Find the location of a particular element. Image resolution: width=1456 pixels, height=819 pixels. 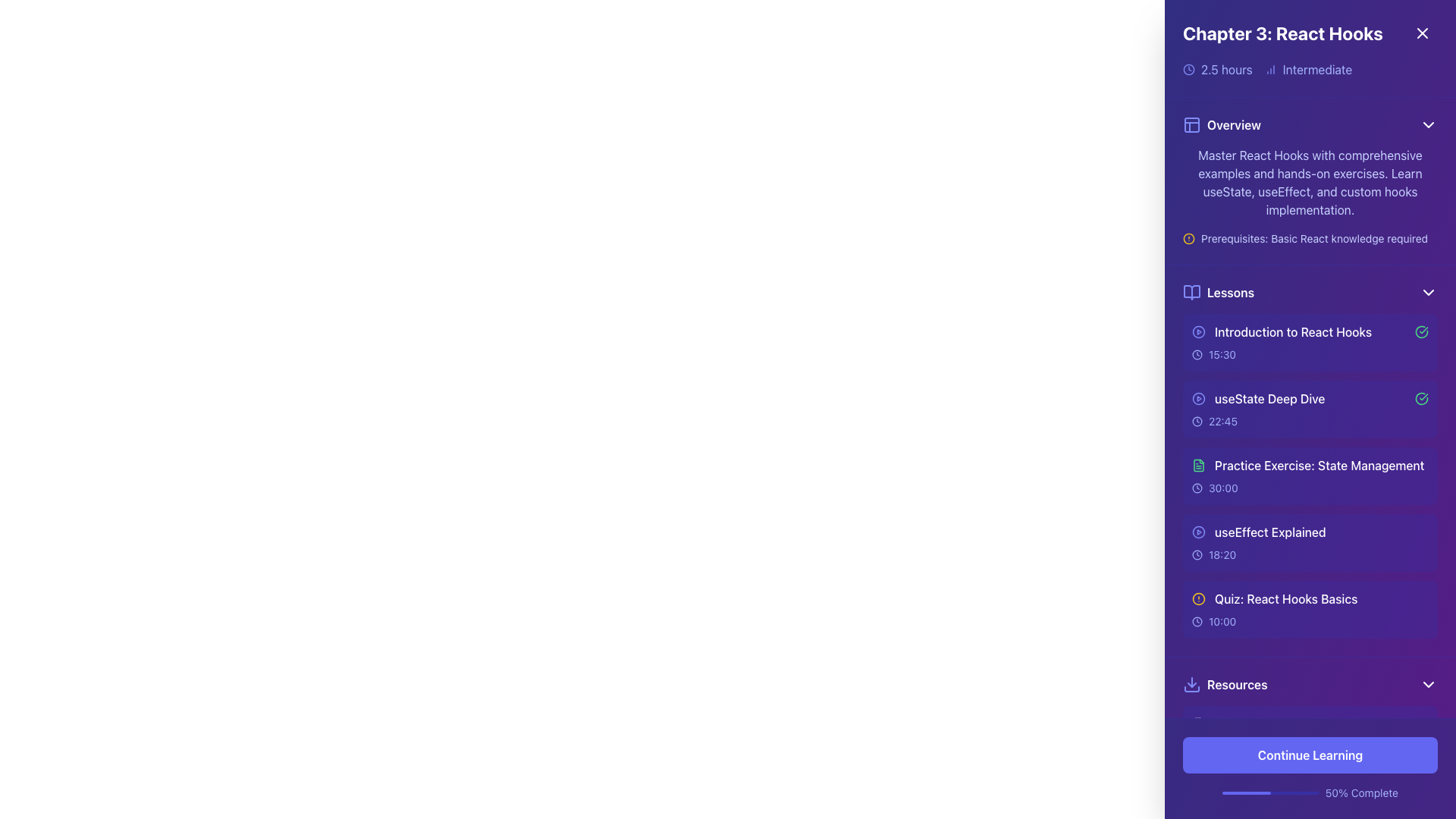

the circular graphic icon with a yellow outline and a black pin inside, located at the top of the Overview section next to 'Prerequisites: Basic React knowledge required' is located at coordinates (1188, 239).